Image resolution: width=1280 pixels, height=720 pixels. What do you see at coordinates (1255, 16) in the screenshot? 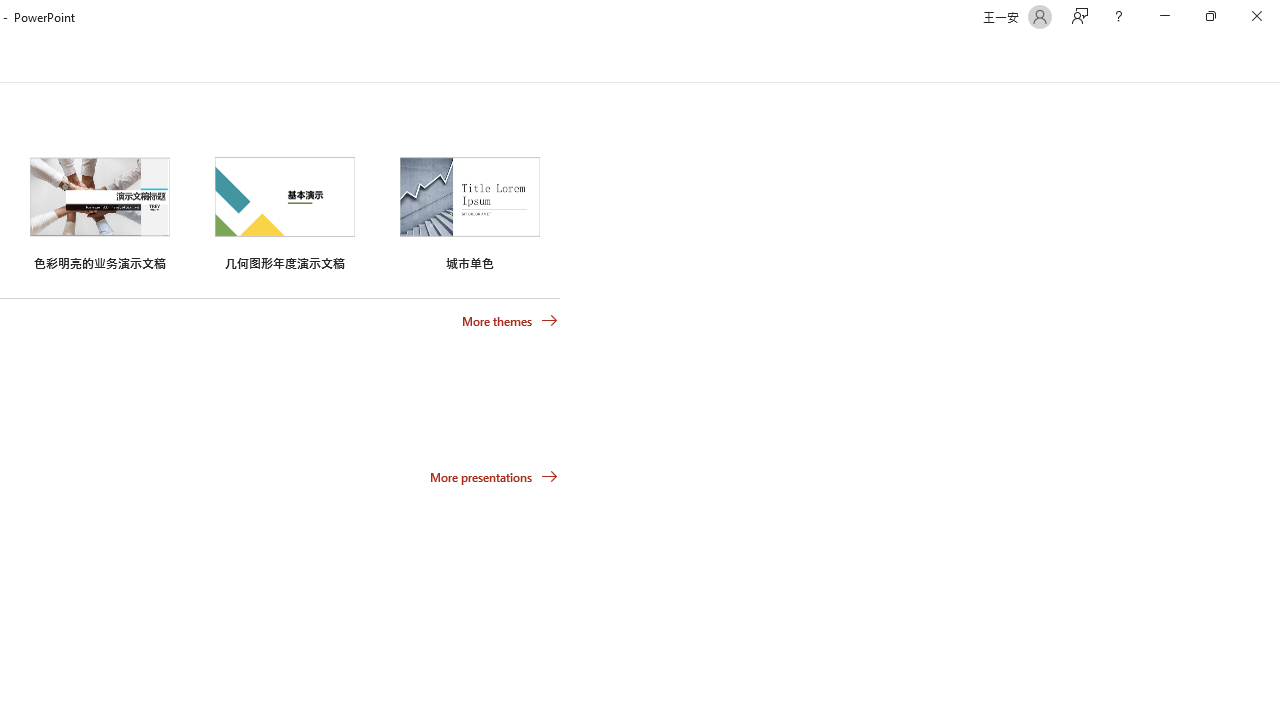
I see `'Close'` at bounding box center [1255, 16].